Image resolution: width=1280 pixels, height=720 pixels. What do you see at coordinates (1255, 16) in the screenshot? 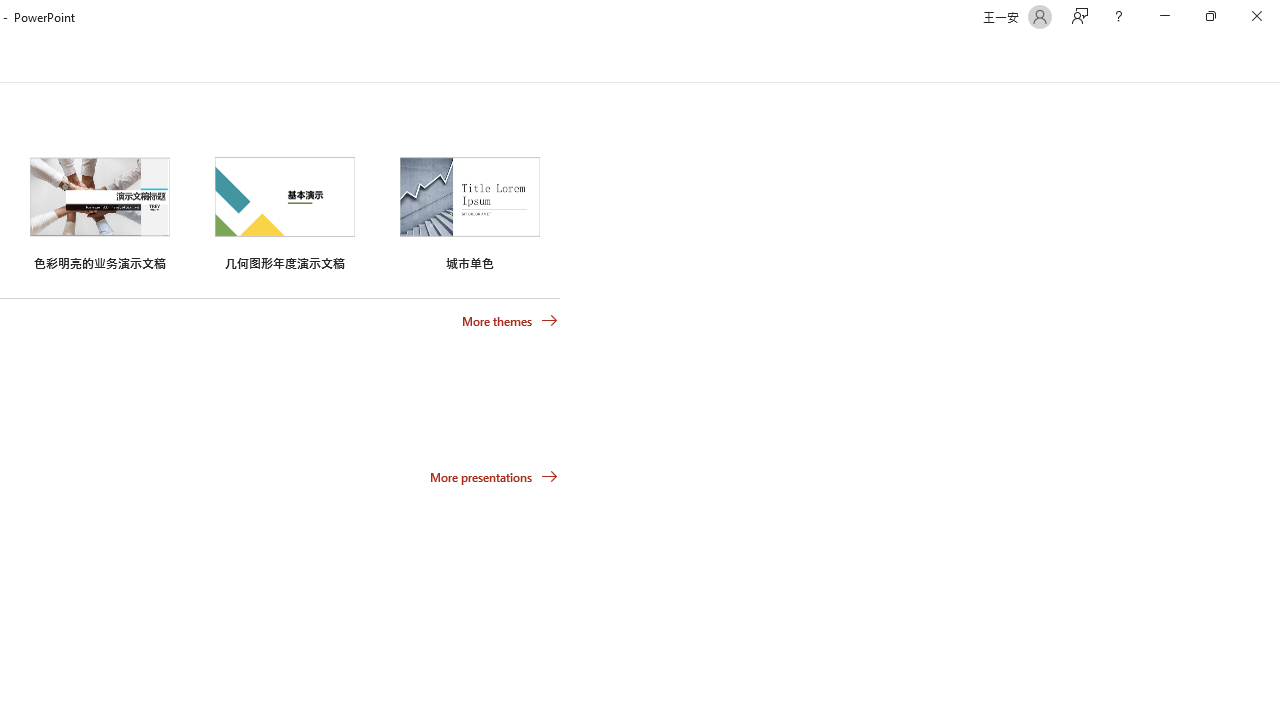
I see `'Close'` at bounding box center [1255, 16].